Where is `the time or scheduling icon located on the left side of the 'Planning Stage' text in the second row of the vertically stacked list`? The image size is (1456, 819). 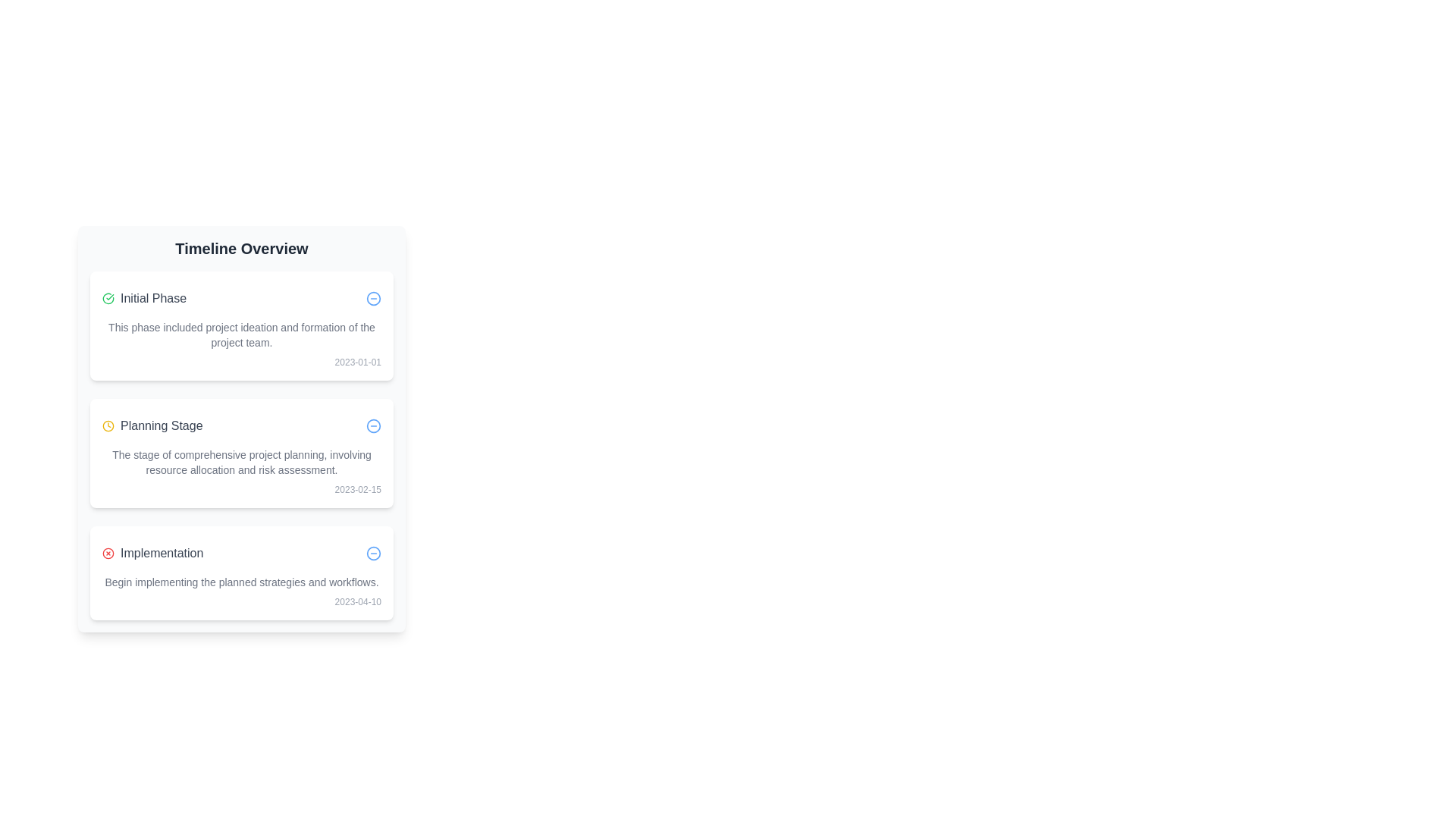
the time or scheduling icon located on the left side of the 'Planning Stage' text in the second row of the vertically stacked list is located at coordinates (108, 426).